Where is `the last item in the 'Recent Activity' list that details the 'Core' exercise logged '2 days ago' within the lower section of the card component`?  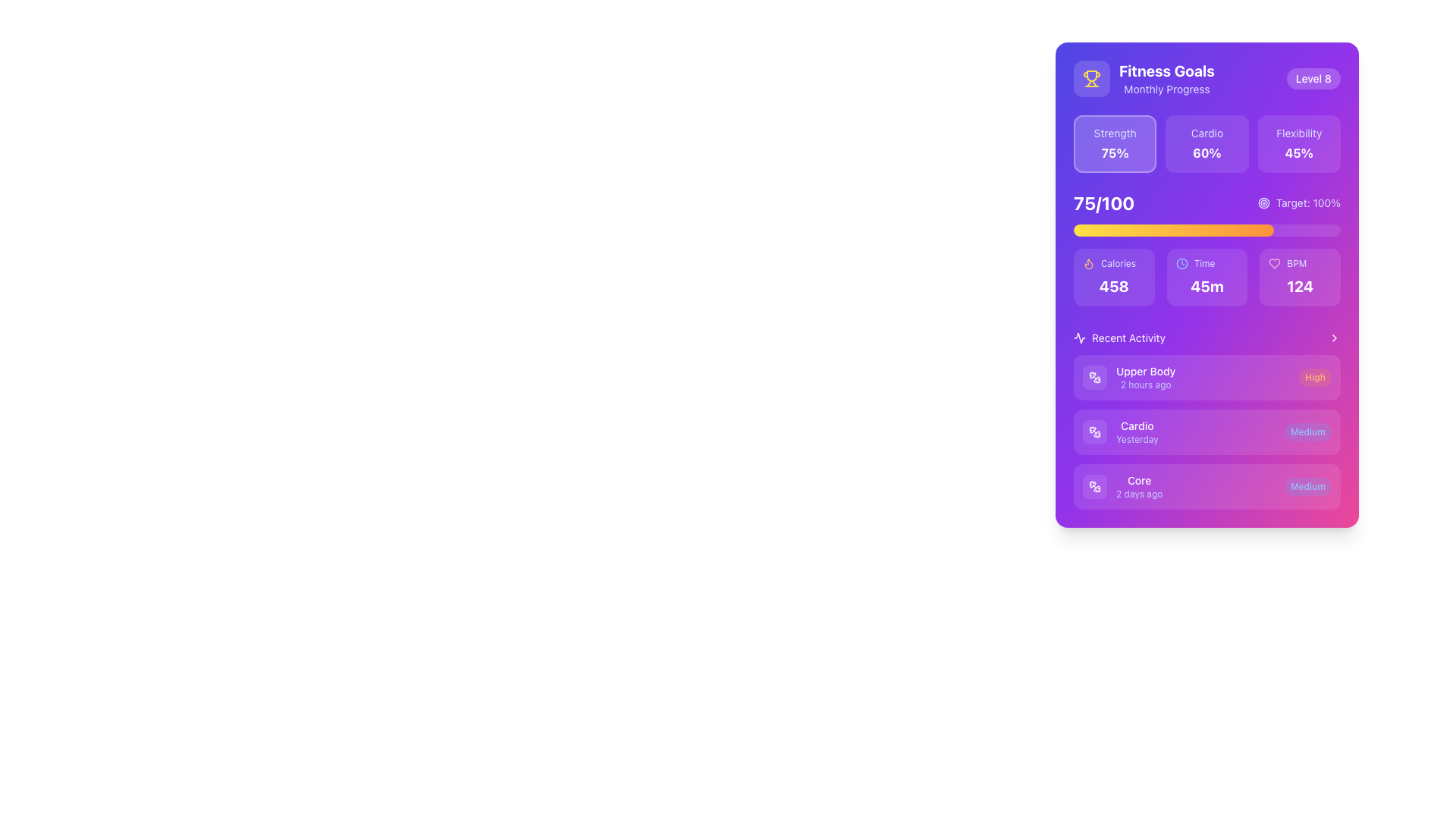 the last item in the 'Recent Activity' list that details the 'Core' exercise logged '2 days ago' within the lower section of the card component is located at coordinates (1122, 486).